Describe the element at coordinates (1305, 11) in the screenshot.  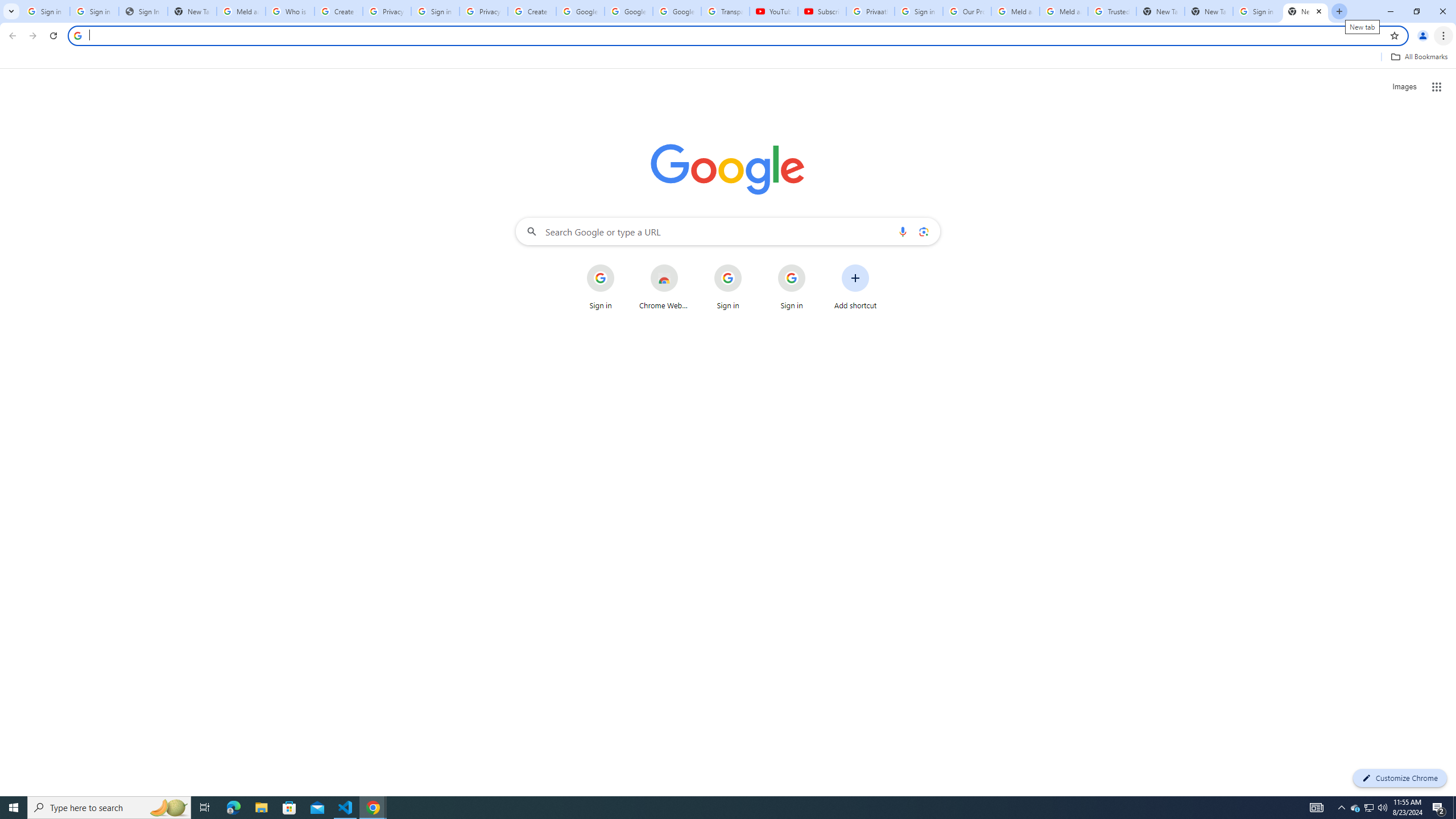
I see `'New Tab'` at that location.